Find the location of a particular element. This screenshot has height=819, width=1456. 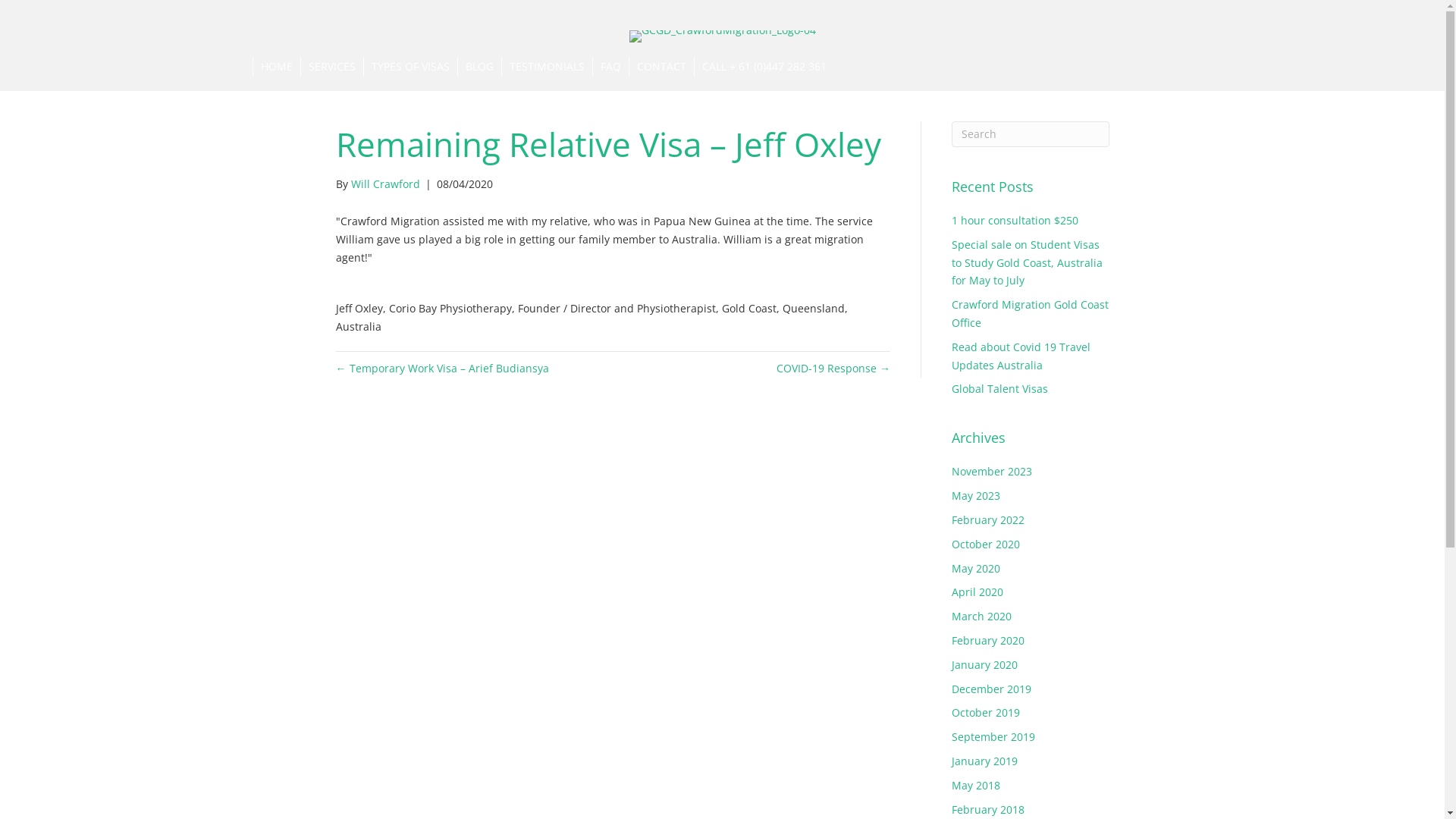

'September 2019' is located at coordinates (950, 736).